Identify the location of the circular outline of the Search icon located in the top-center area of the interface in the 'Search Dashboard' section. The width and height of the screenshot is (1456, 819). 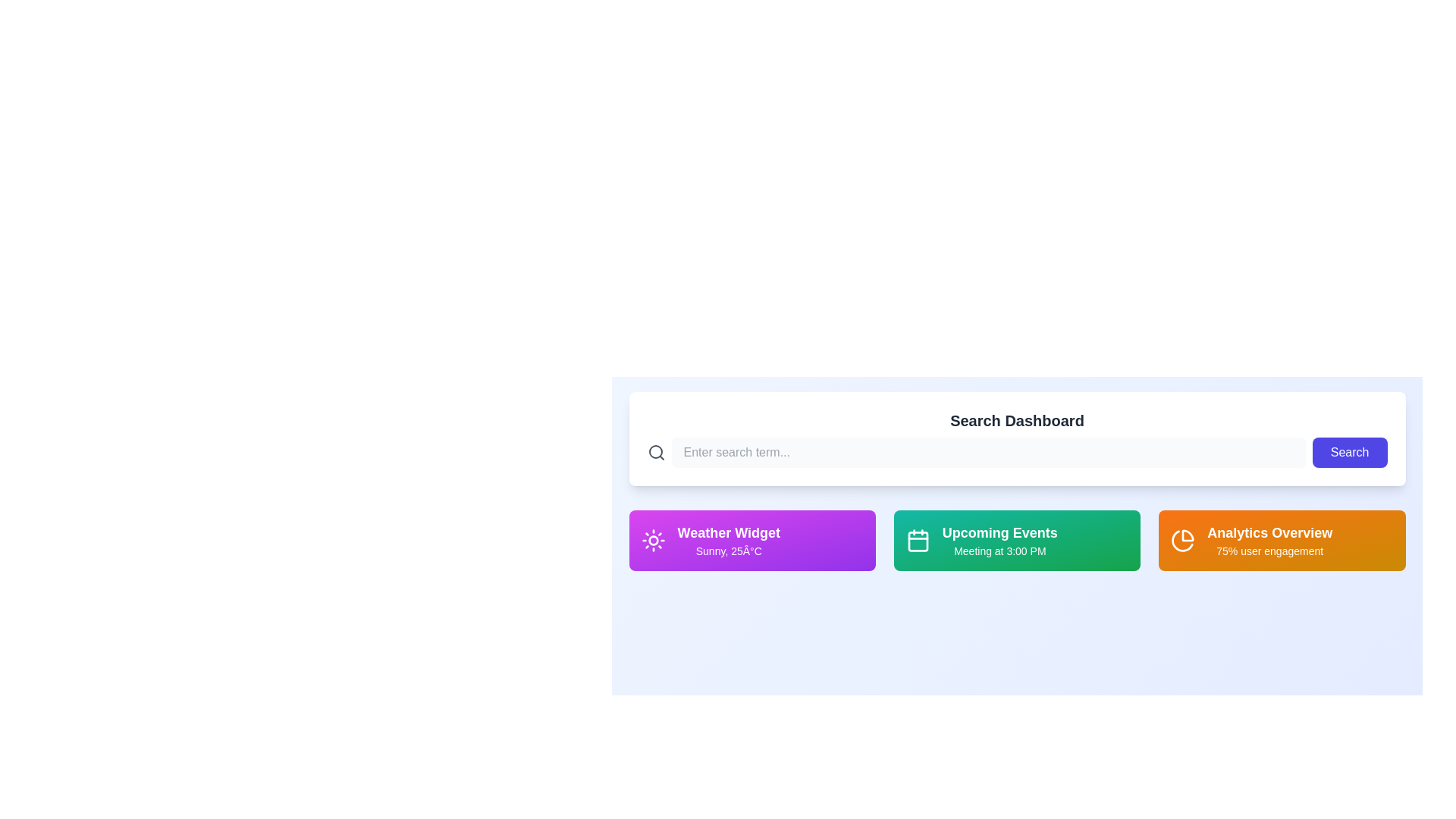
(655, 451).